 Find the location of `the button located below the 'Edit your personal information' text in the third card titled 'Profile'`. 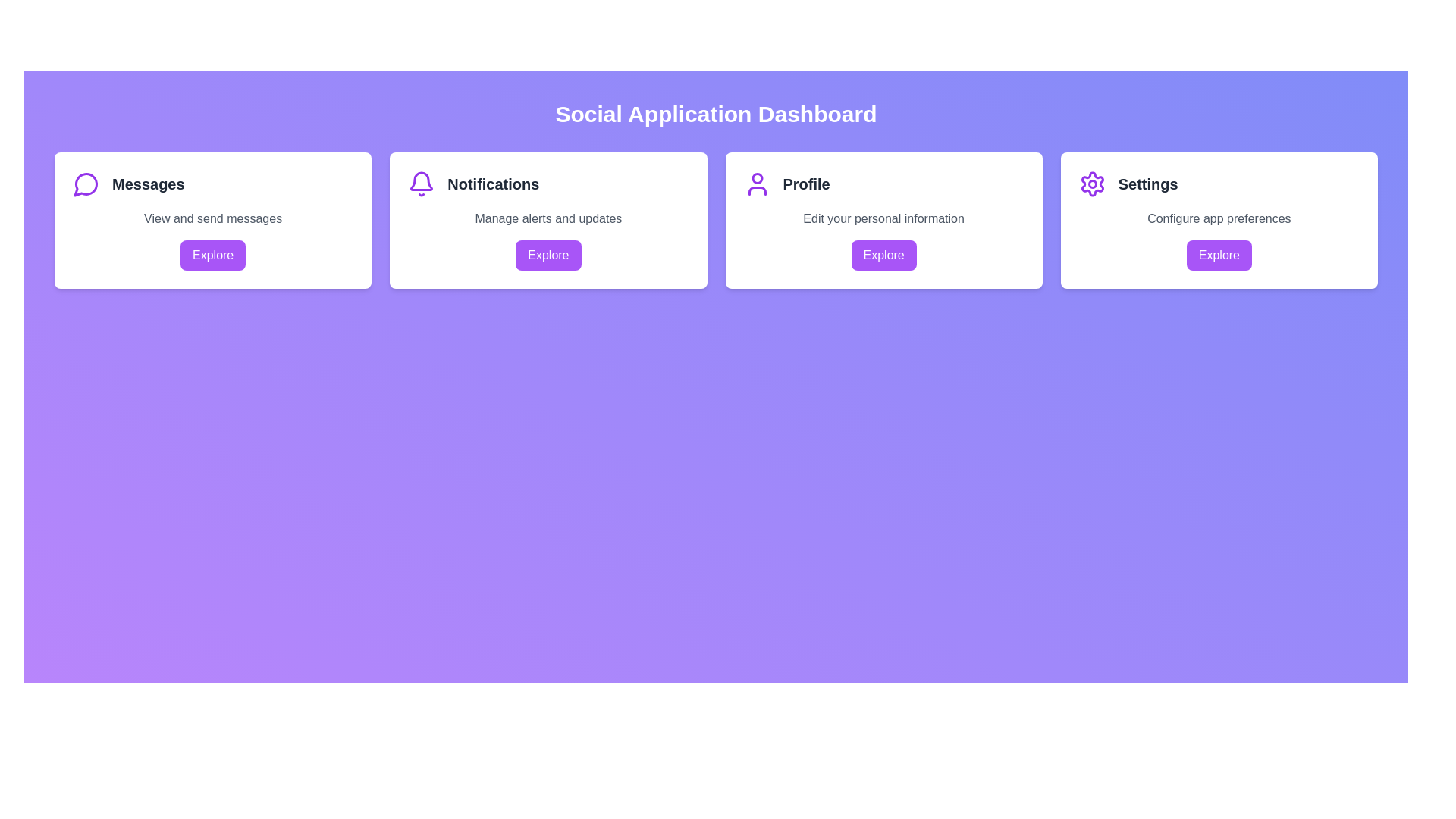

the button located below the 'Edit your personal information' text in the third card titled 'Profile' is located at coordinates (883, 254).